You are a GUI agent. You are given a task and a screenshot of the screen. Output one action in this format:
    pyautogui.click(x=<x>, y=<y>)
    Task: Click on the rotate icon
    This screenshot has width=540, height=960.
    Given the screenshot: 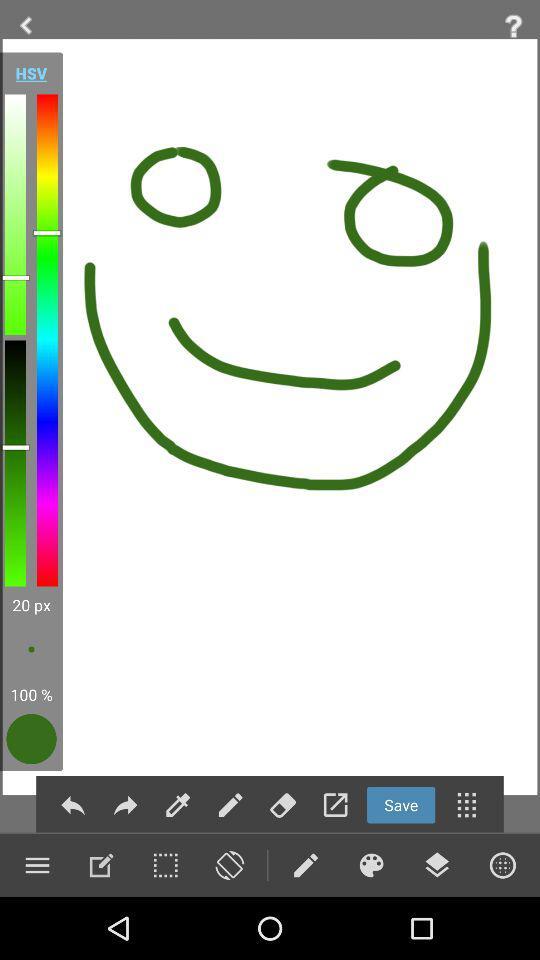 What is the action you would take?
    pyautogui.click(x=228, y=864)
    